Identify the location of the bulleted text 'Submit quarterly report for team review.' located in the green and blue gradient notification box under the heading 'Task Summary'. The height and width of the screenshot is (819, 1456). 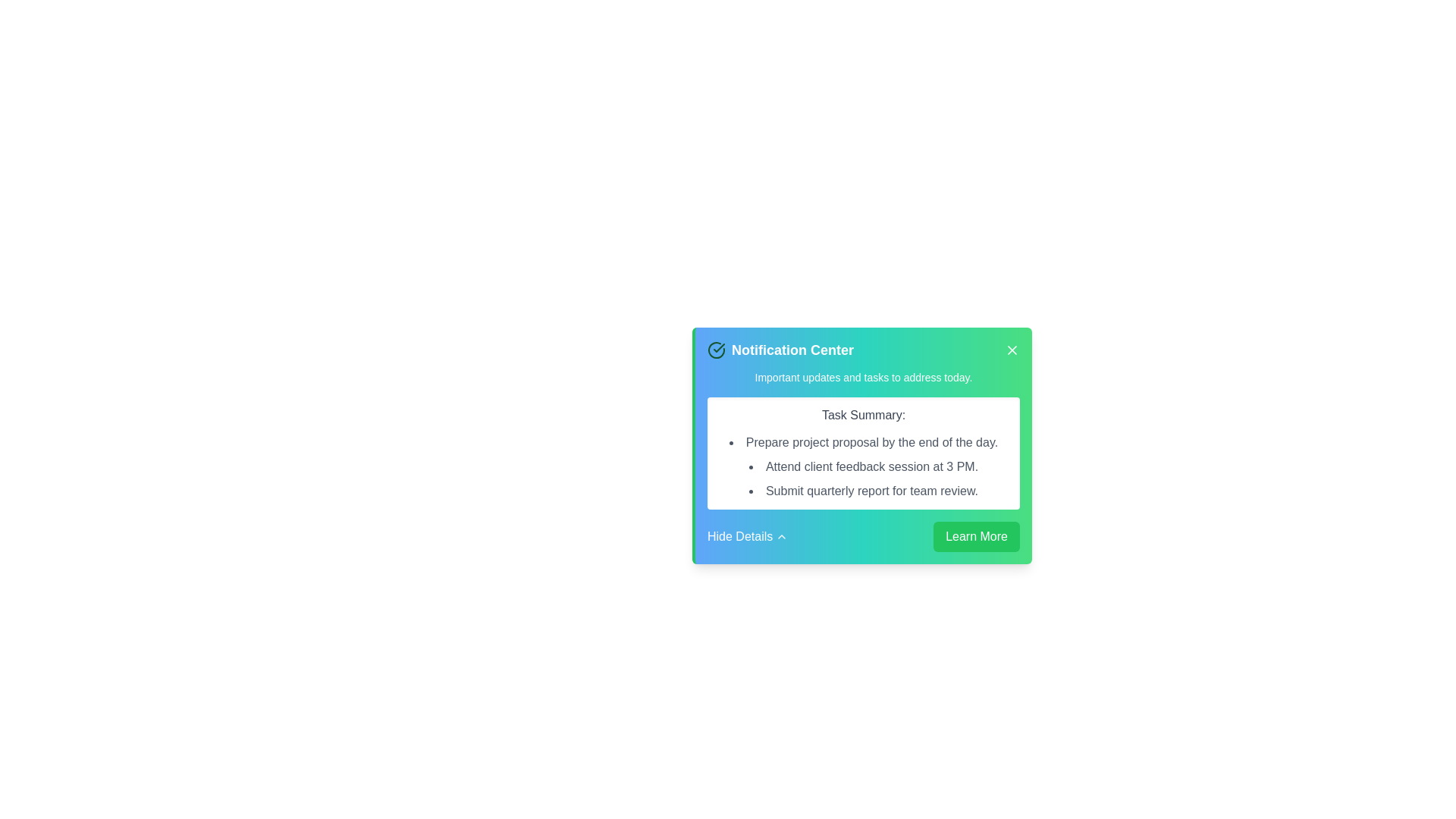
(863, 491).